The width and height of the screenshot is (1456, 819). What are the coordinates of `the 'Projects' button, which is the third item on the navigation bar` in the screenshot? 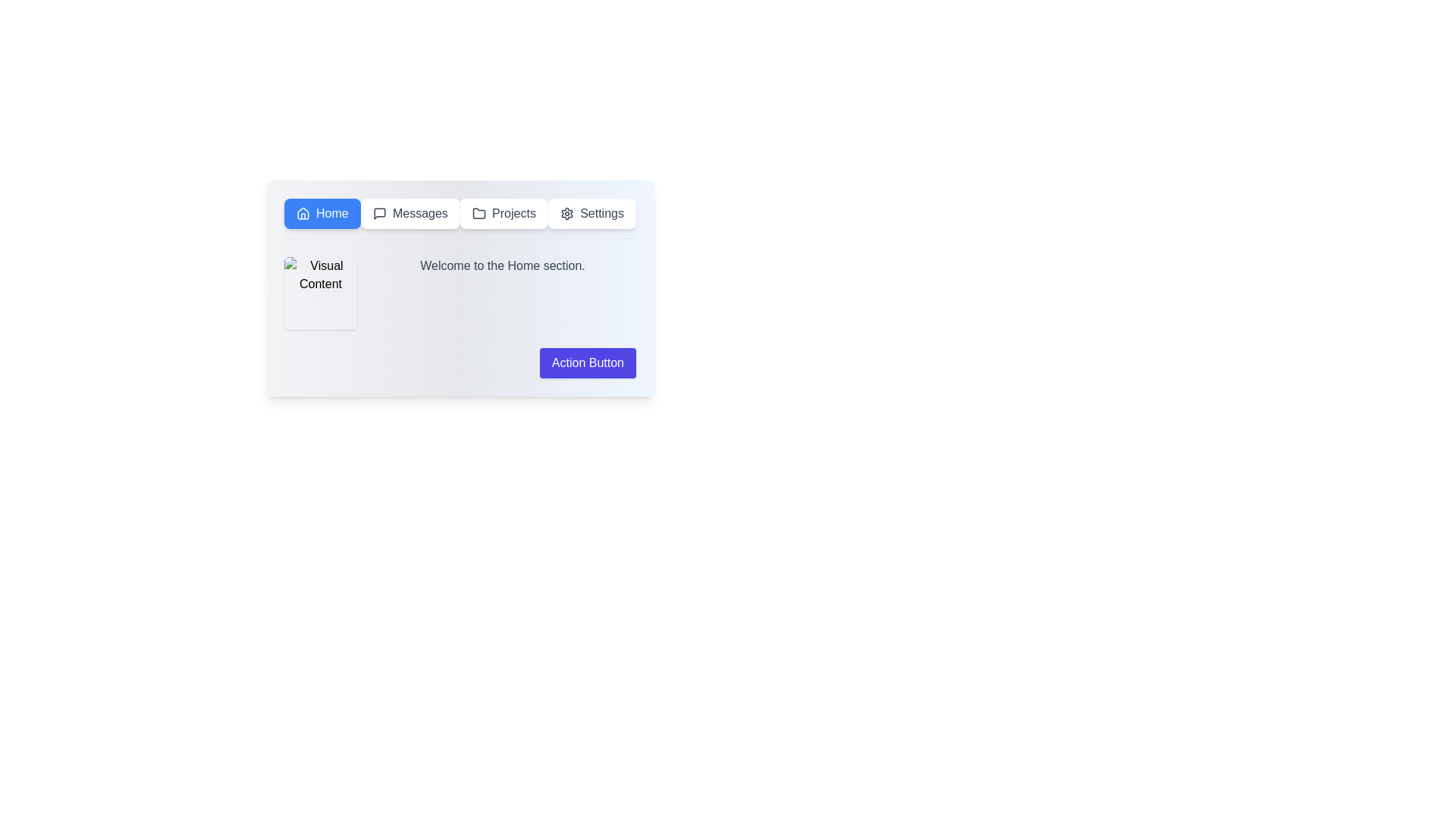 It's located at (504, 213).